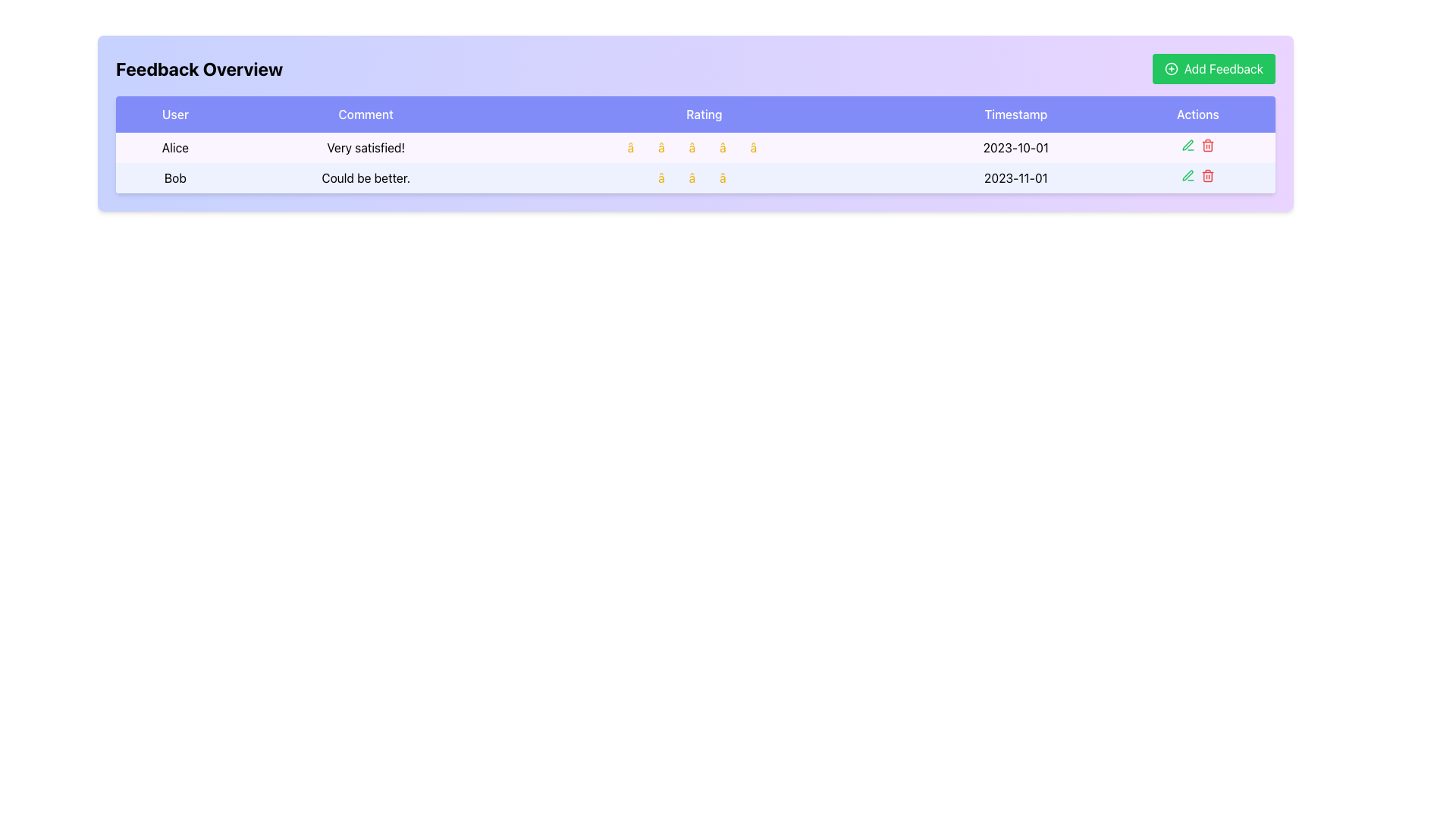  I want to click on the small circular icon with a green border and a plus sign, which is located to the left of the 'Add Feedback' text in the top-right green rectangular button, so click(1170, 69).